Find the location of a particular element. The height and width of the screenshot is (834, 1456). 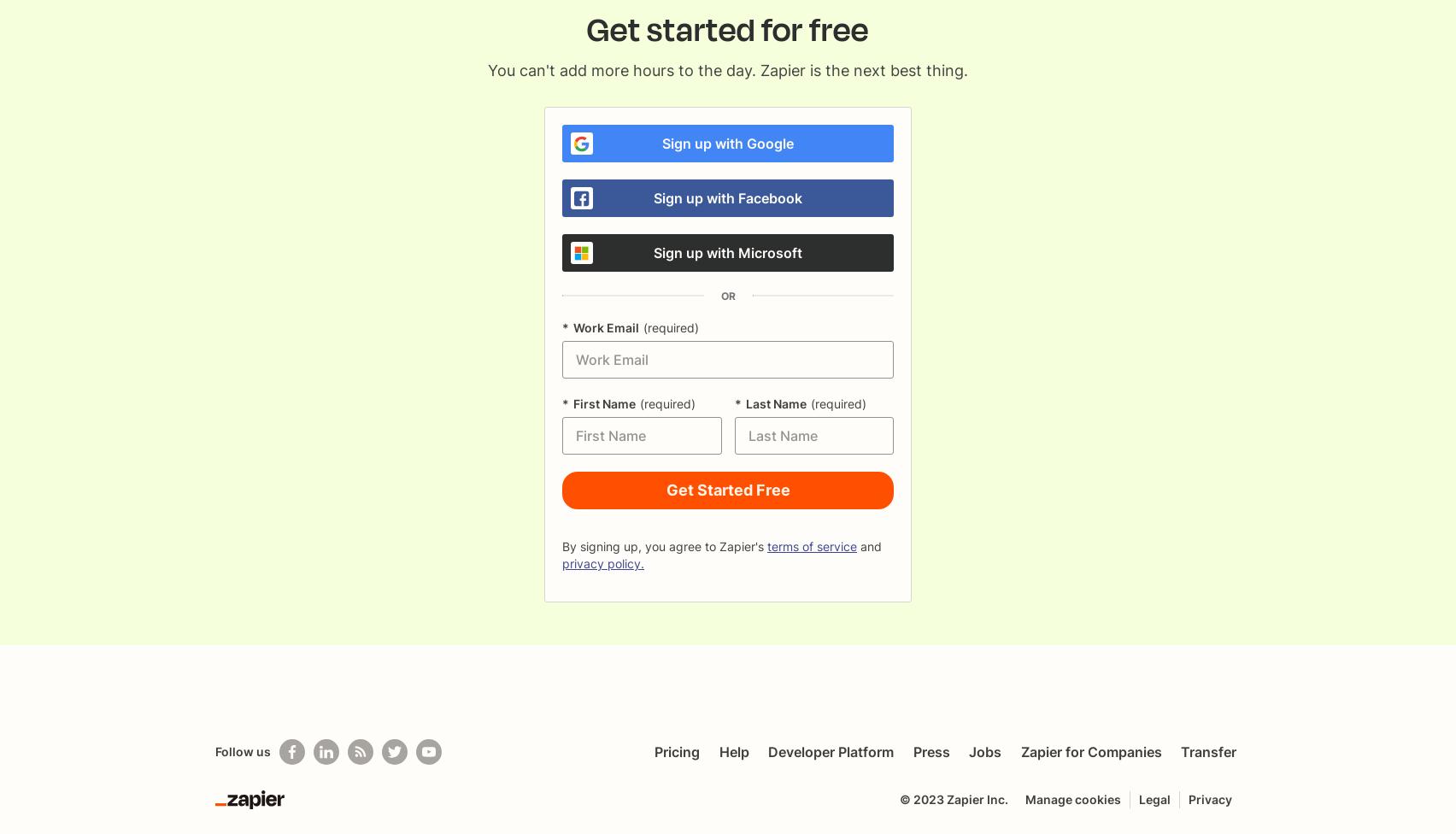

'Jobs' is located at coordinates (968, 750).